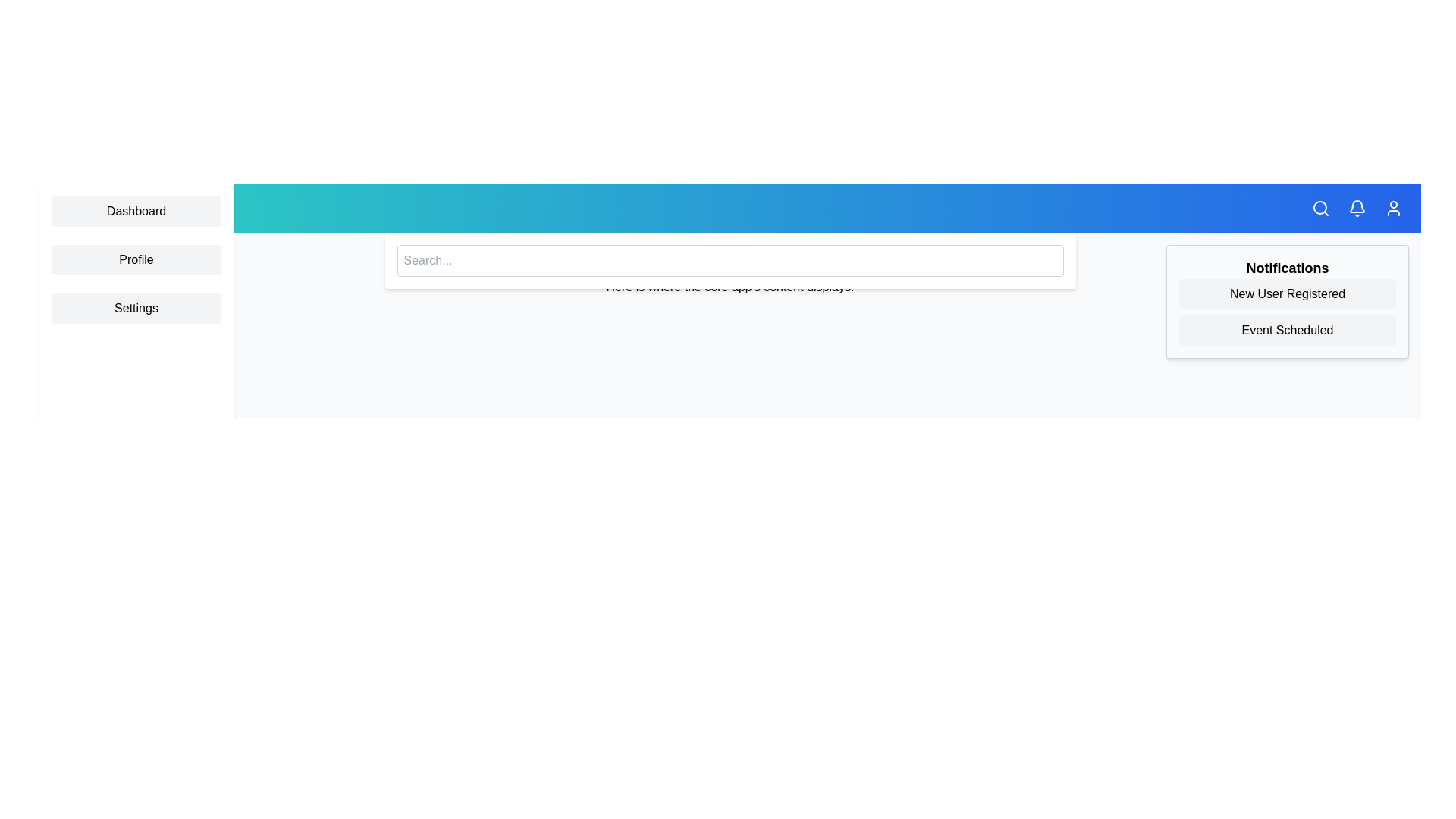 This screenshot has height=819, width=1456. What do you see at coordinates (1320, 208) in the screenshot?
I see `the search icon button located at the top-right of the interface` at bounding box center [1320, 208].